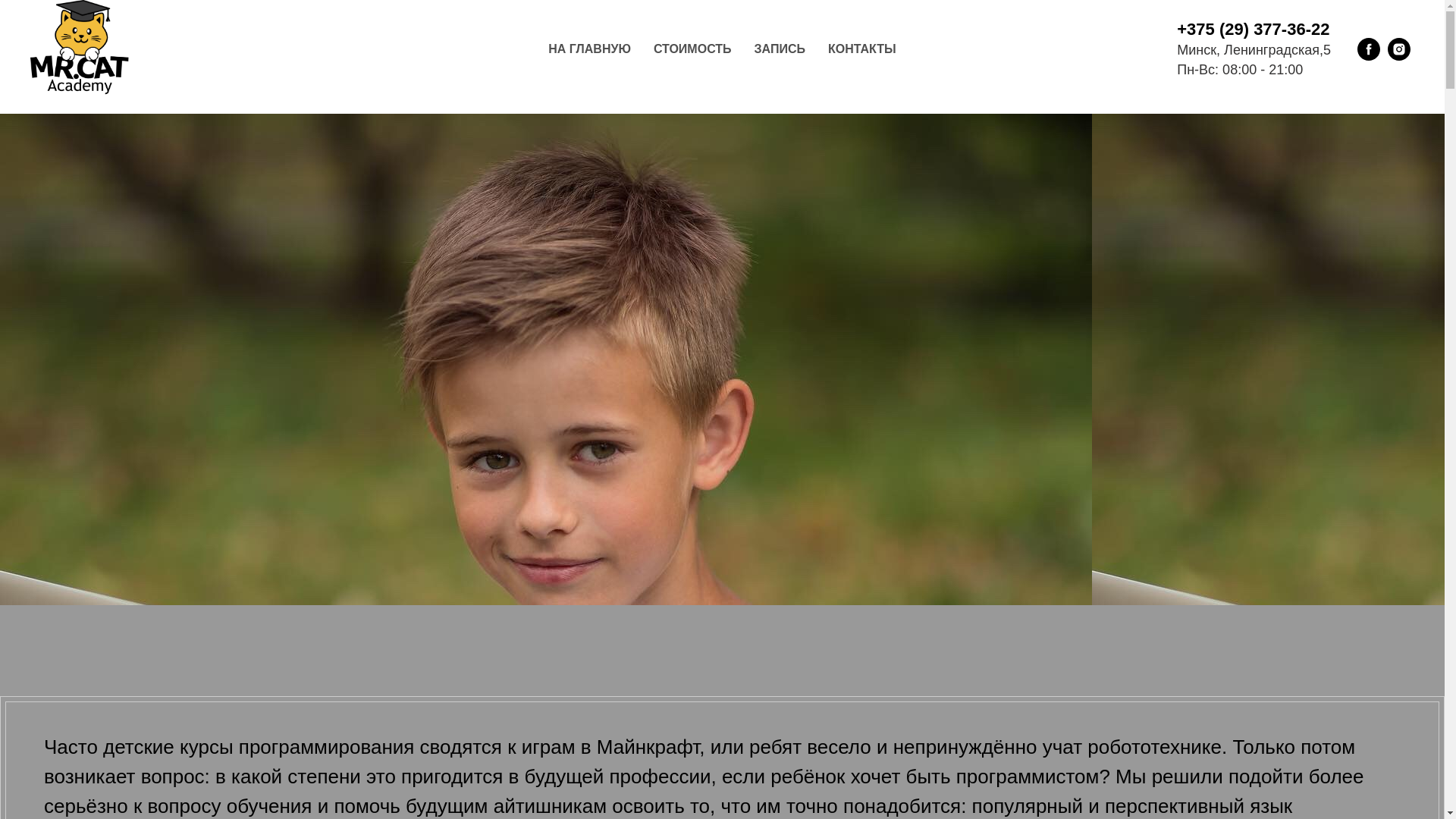 Image resolution: width=1456 pixels, height=819 pixels. Describe the element at coordinates (1253, 29) in the screenshot. I see `'+375 (29) 377-36-22'` at that location.